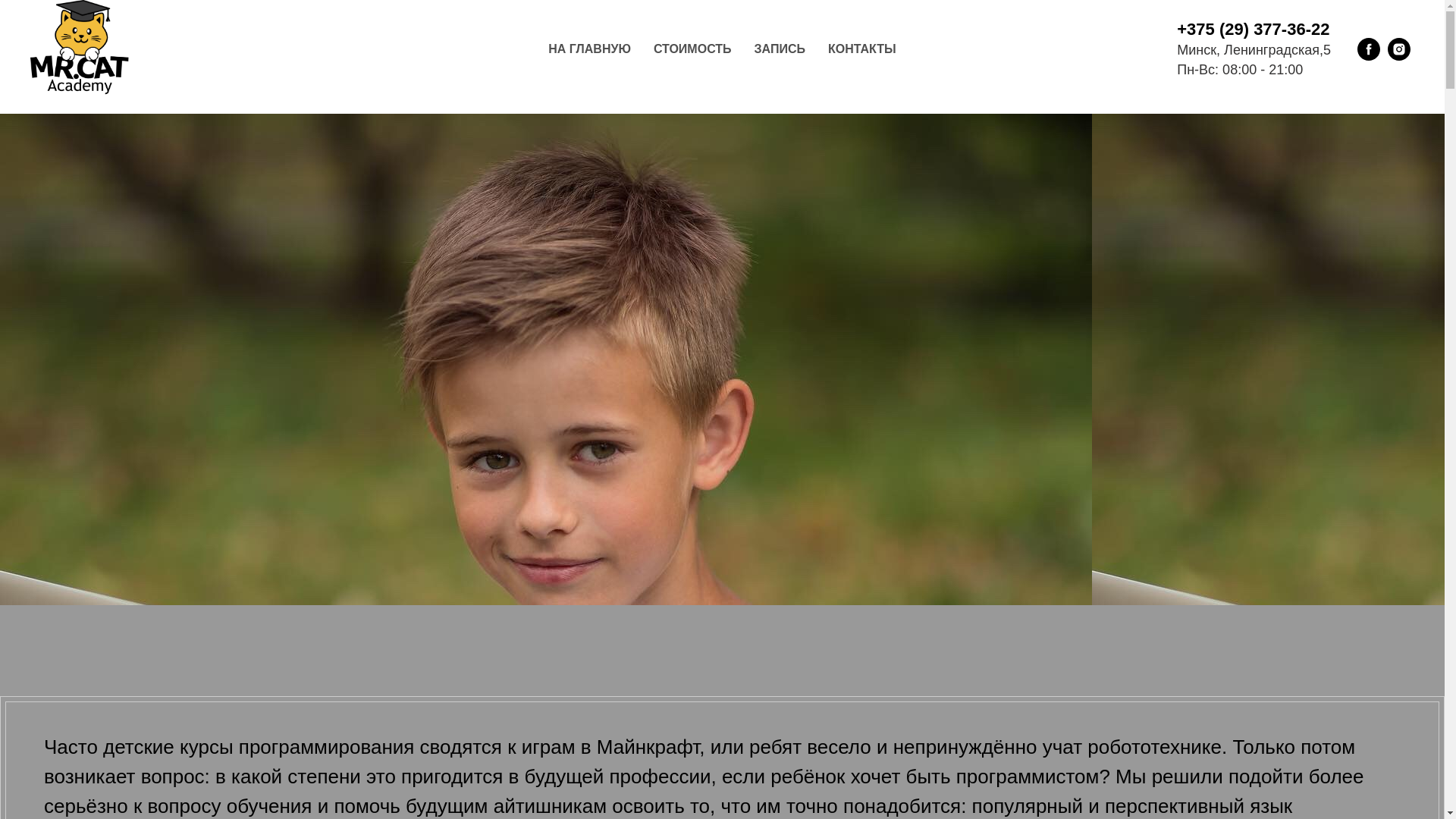 Image resolution: width=1456 pixels, height=819 pixels. Describe the element at coordinates (1253, 29) in the screenshot. I see `'+375 (29) 377-36-22'` at that location.